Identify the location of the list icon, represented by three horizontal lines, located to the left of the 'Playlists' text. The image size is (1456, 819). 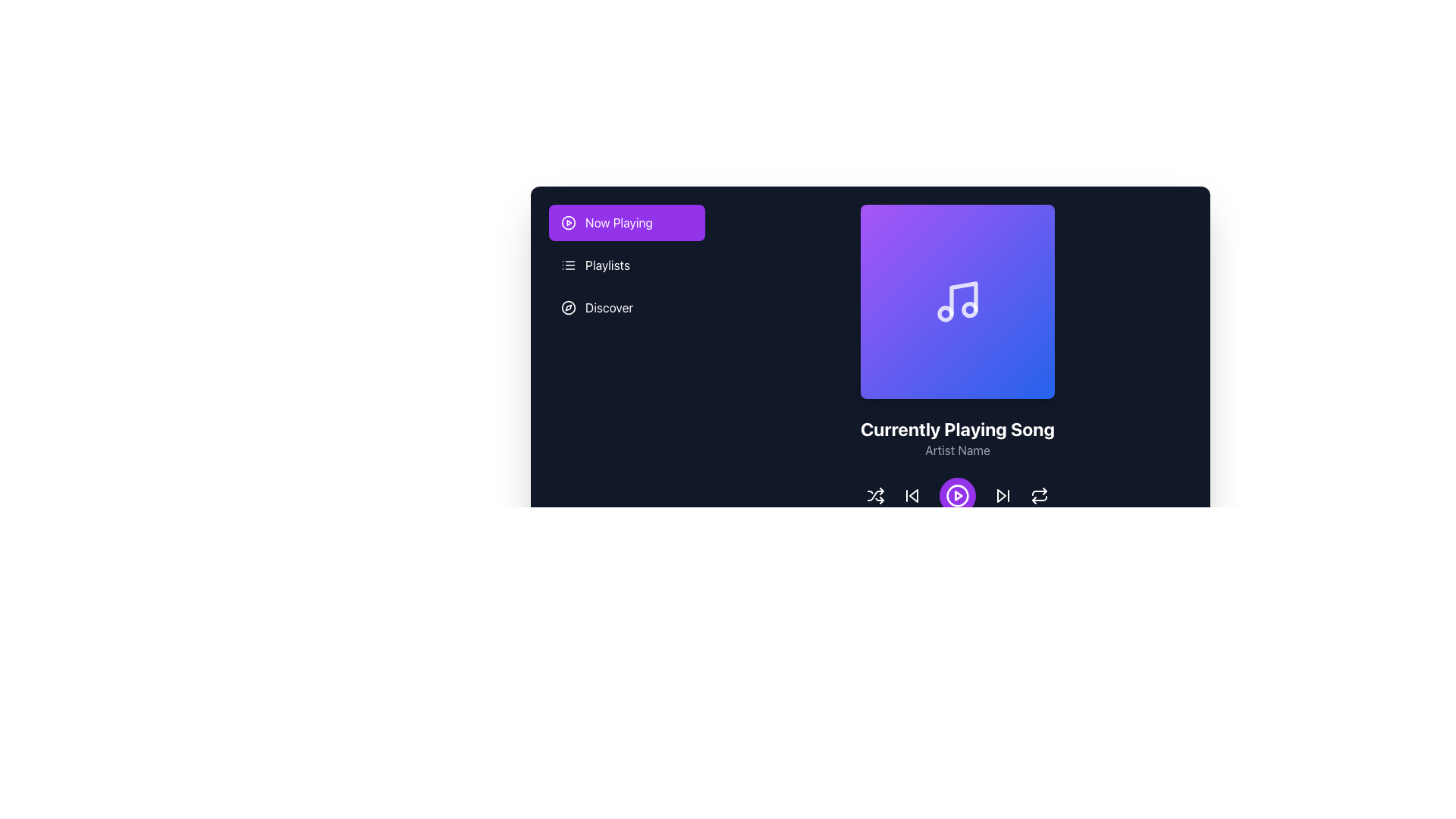
(567, 265).